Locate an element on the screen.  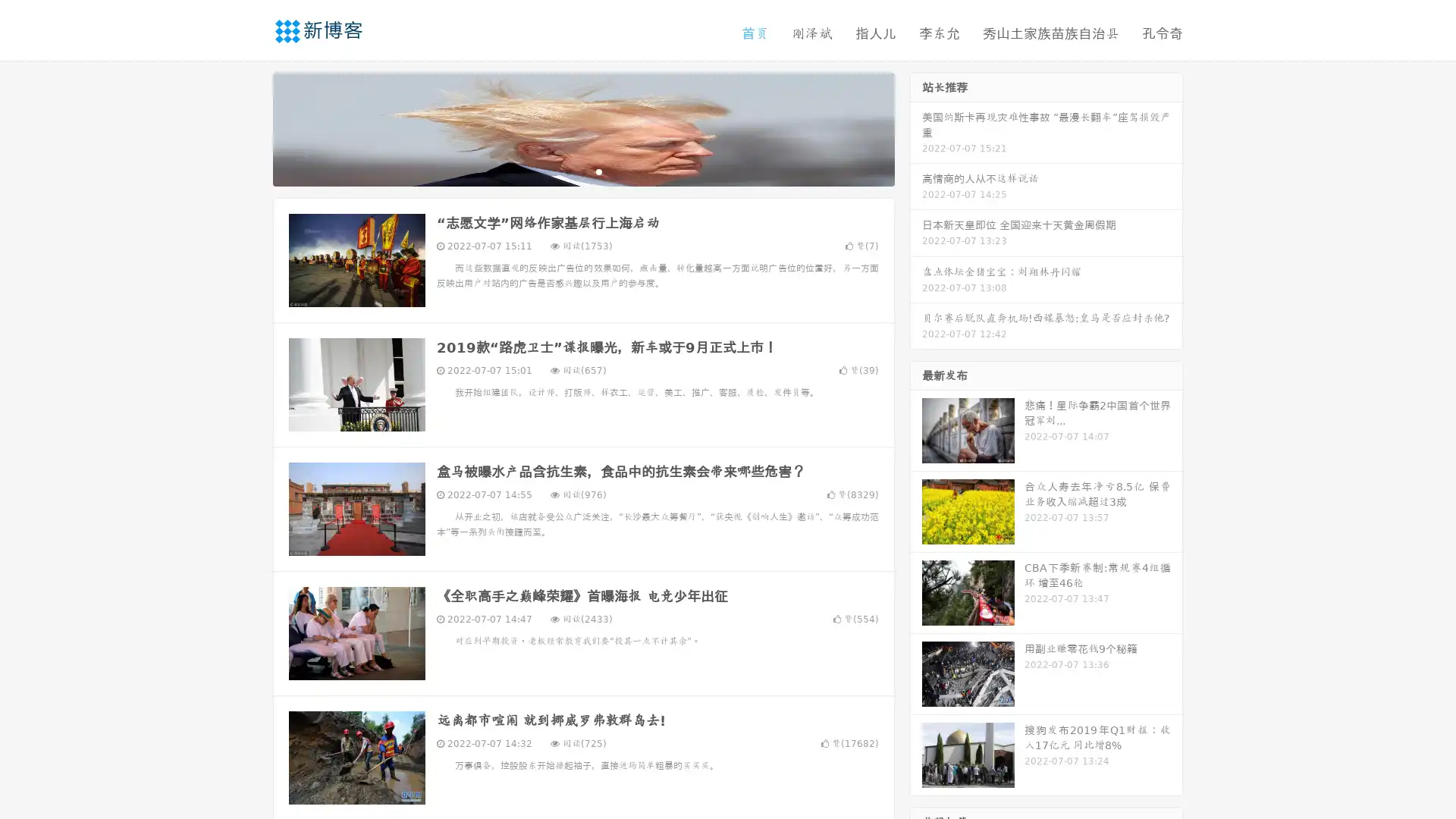
Next slide is located at coordinates (916, 127).